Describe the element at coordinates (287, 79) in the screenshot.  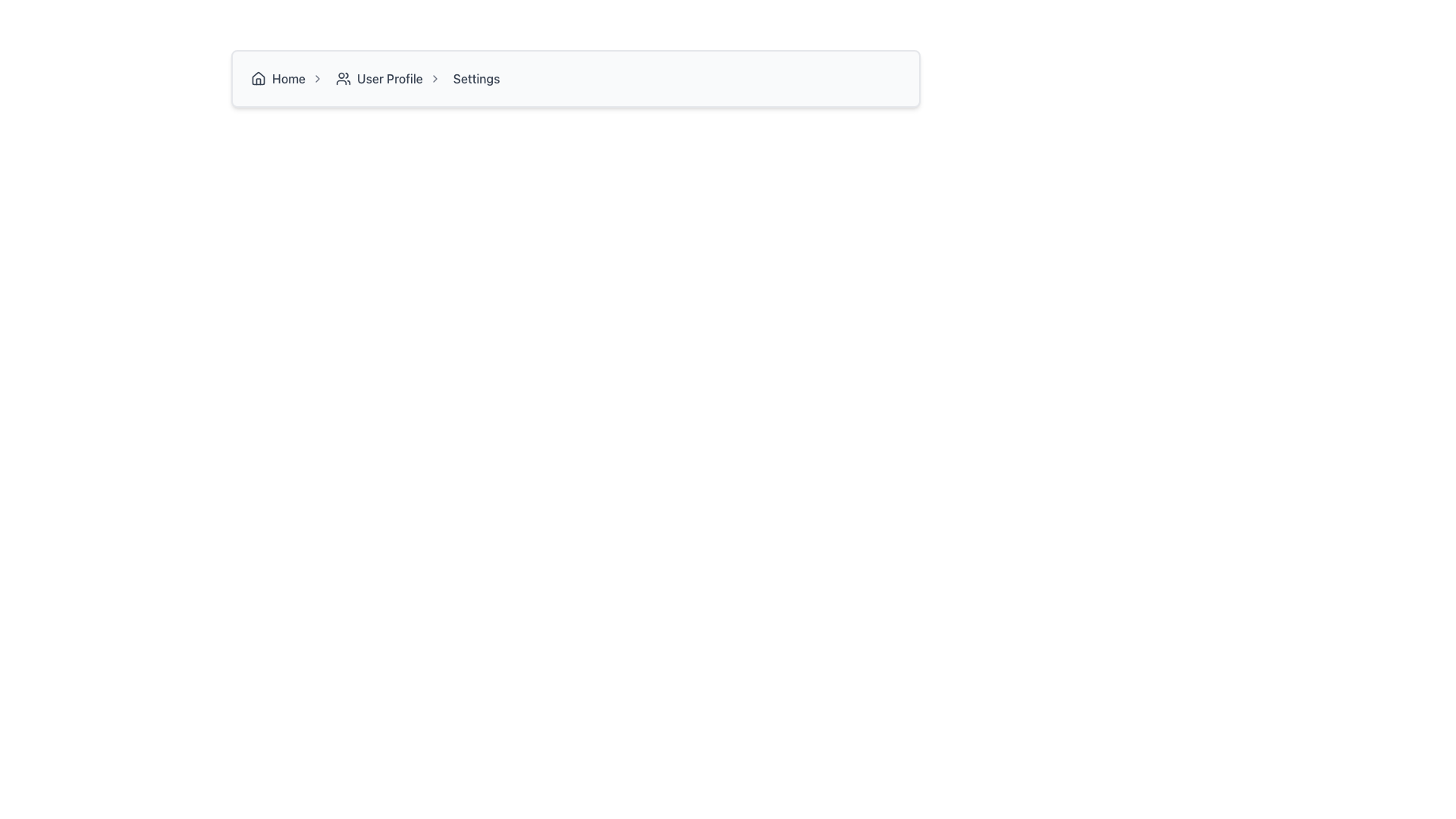
I see `the first breadcrumb navigation link to the main page` at that location.